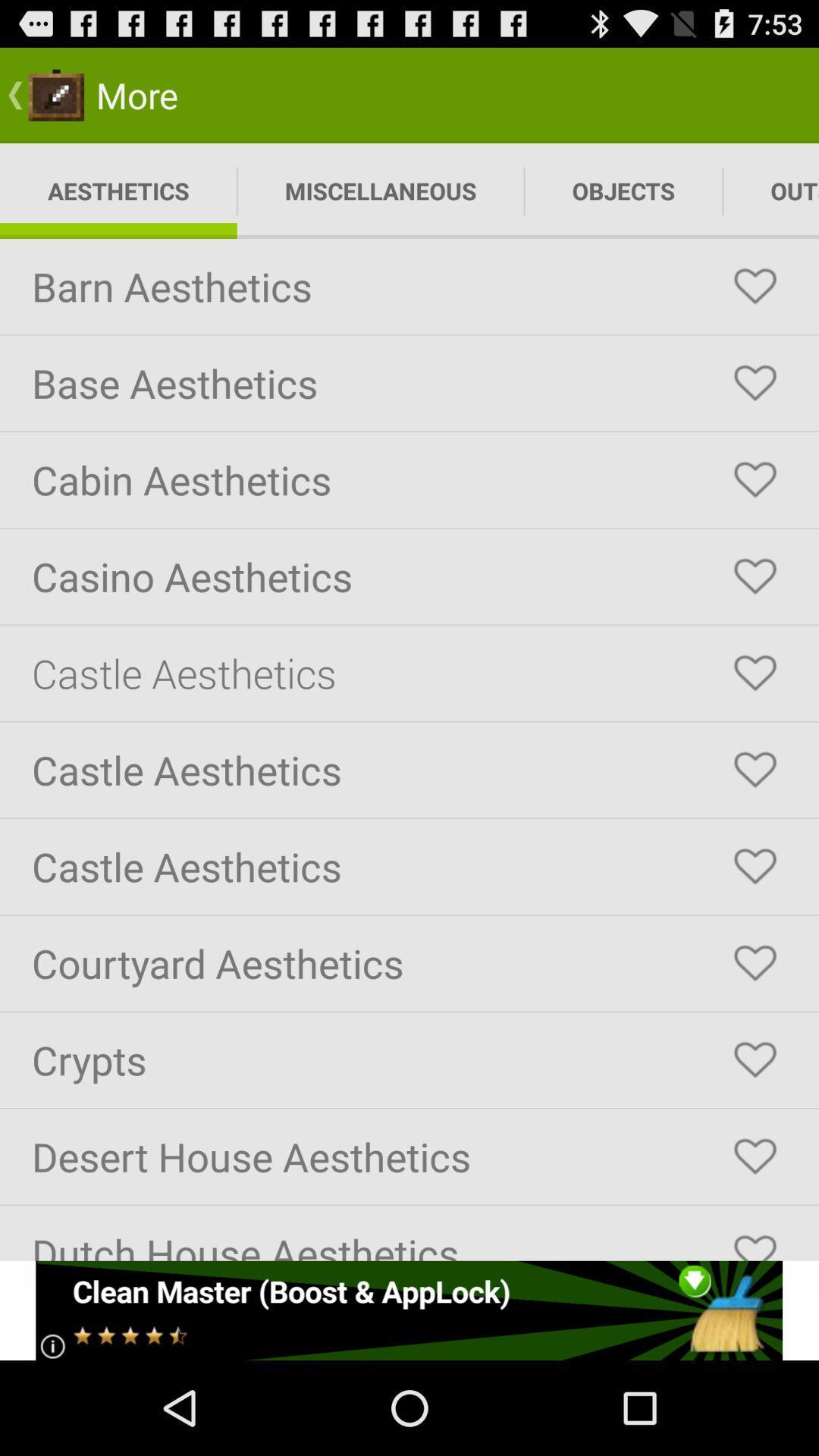 The image size is (819, 1456). I want to click on advertisement, so click(408, 1310).